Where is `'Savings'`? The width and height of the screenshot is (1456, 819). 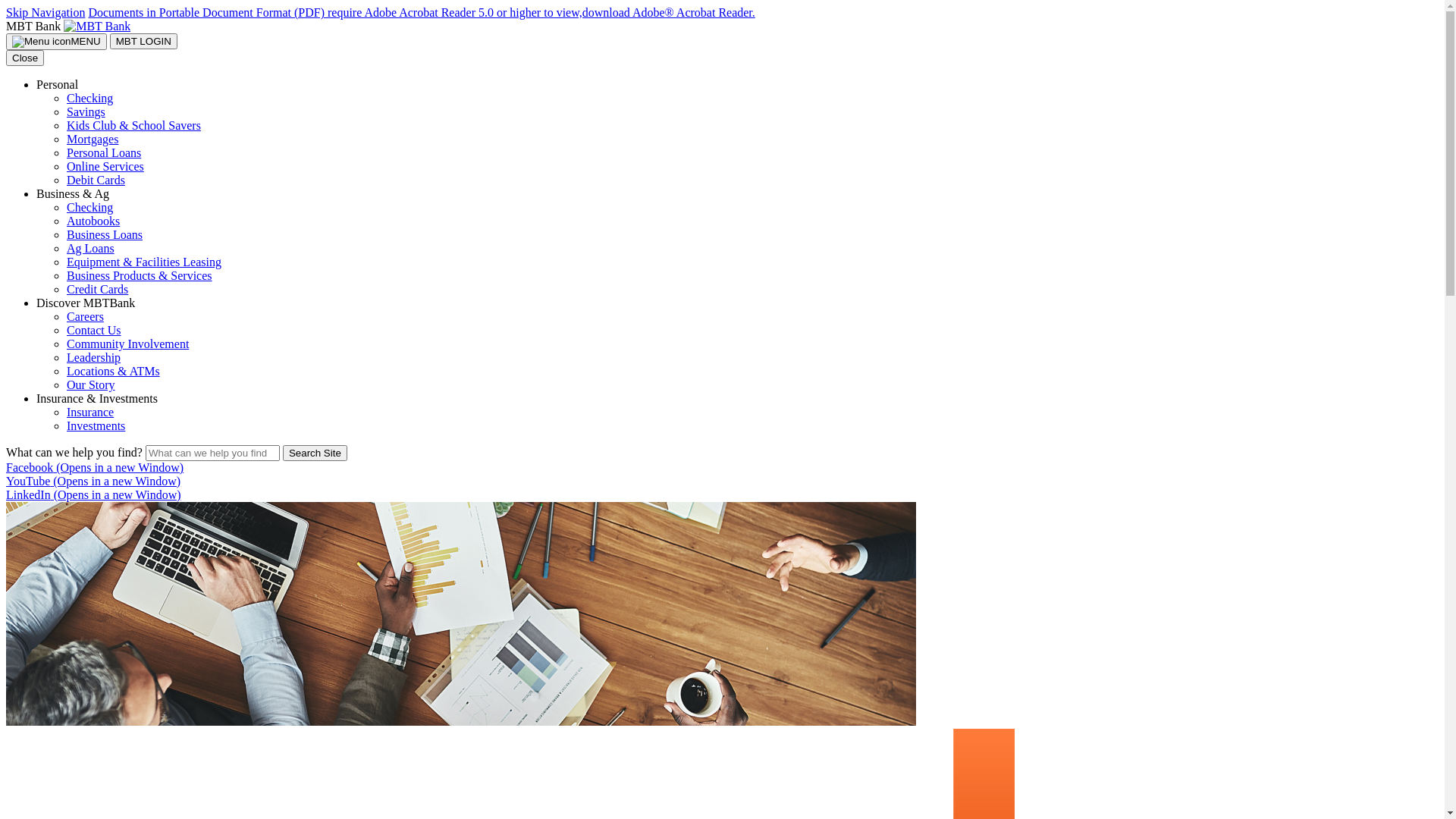
'Savings' is located at coordinates (85, 111).